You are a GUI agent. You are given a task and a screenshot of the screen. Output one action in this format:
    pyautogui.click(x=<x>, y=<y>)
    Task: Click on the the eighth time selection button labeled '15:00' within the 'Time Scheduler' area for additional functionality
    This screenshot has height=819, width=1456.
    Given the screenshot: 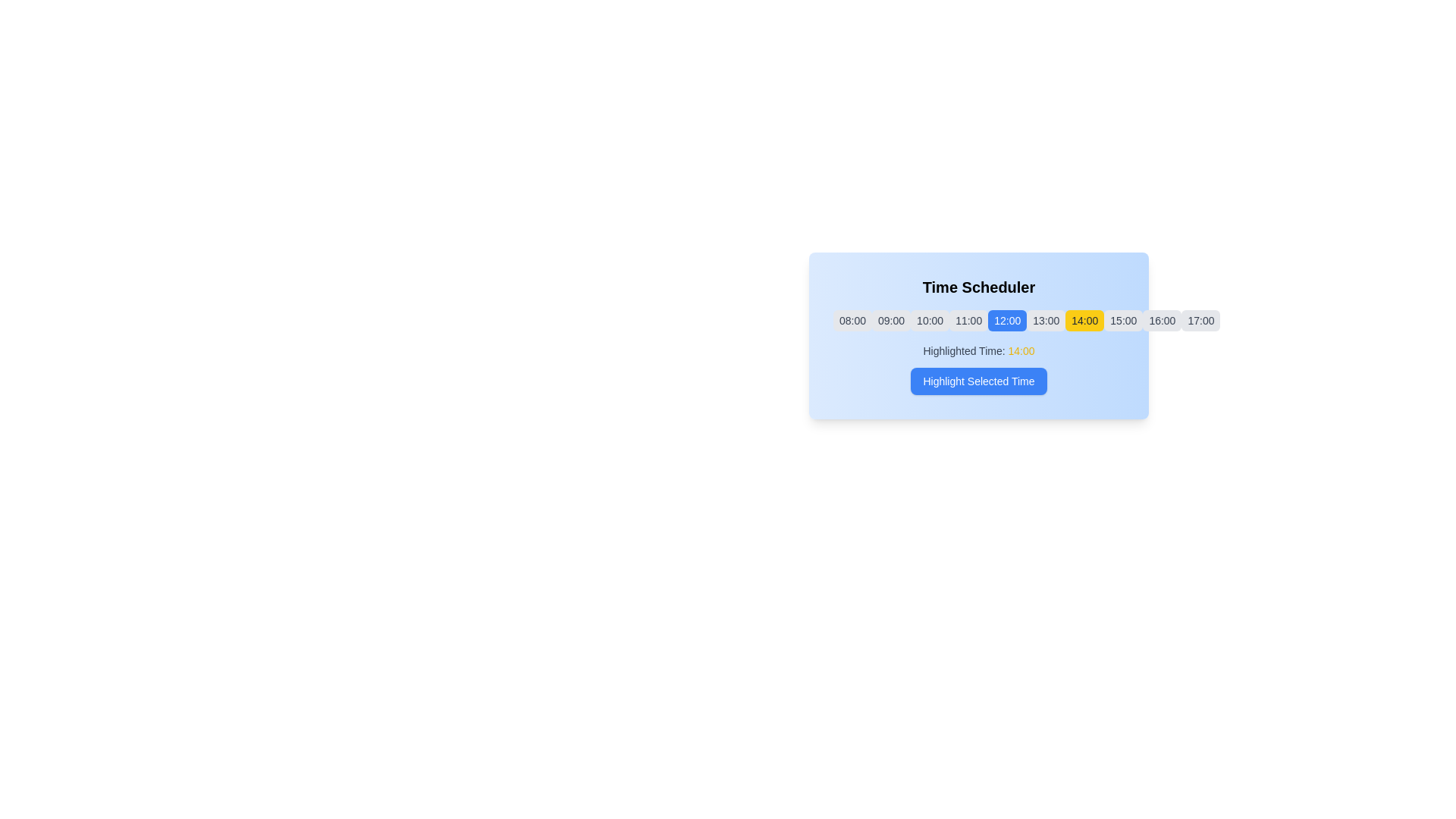 What is the action you would take?
    pyautogui.click(x=1123, y=320)
    